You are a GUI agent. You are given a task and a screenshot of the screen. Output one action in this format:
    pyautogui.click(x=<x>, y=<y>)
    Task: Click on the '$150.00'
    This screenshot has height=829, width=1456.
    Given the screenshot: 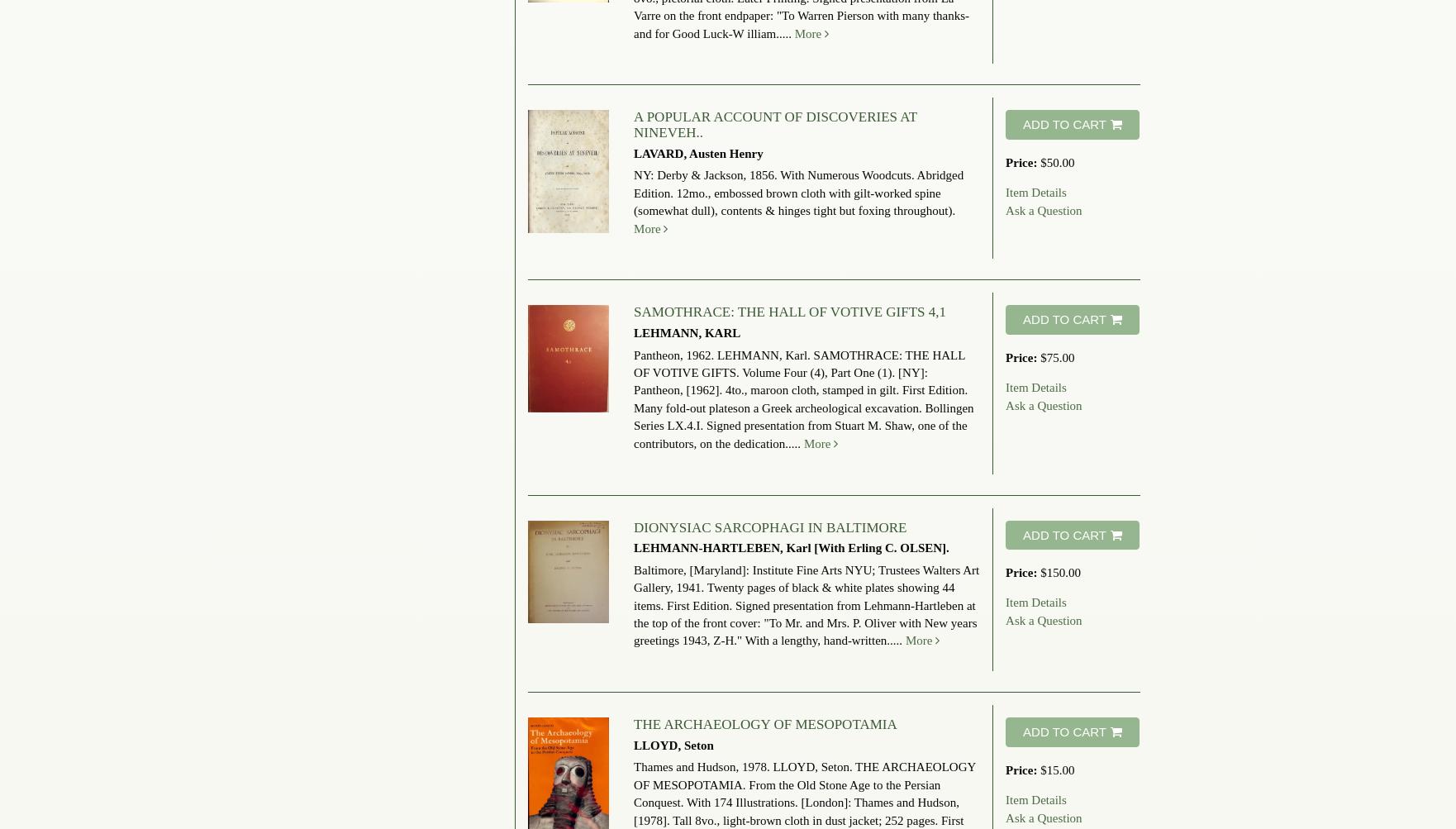 What is the action you would take?
    pyautogui.click(x=1059, y=571)
    